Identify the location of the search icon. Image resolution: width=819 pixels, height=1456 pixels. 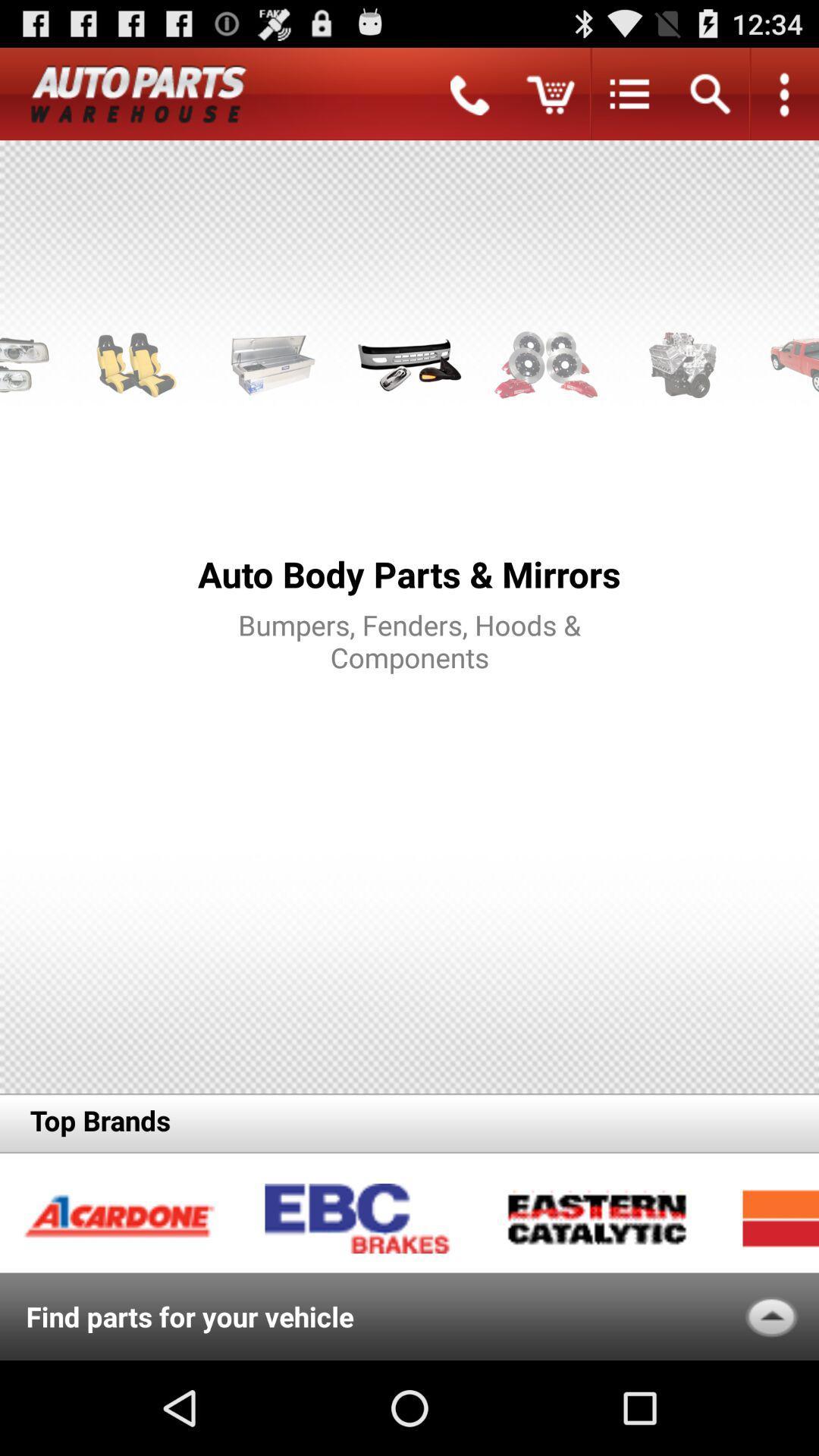
(709, 99).